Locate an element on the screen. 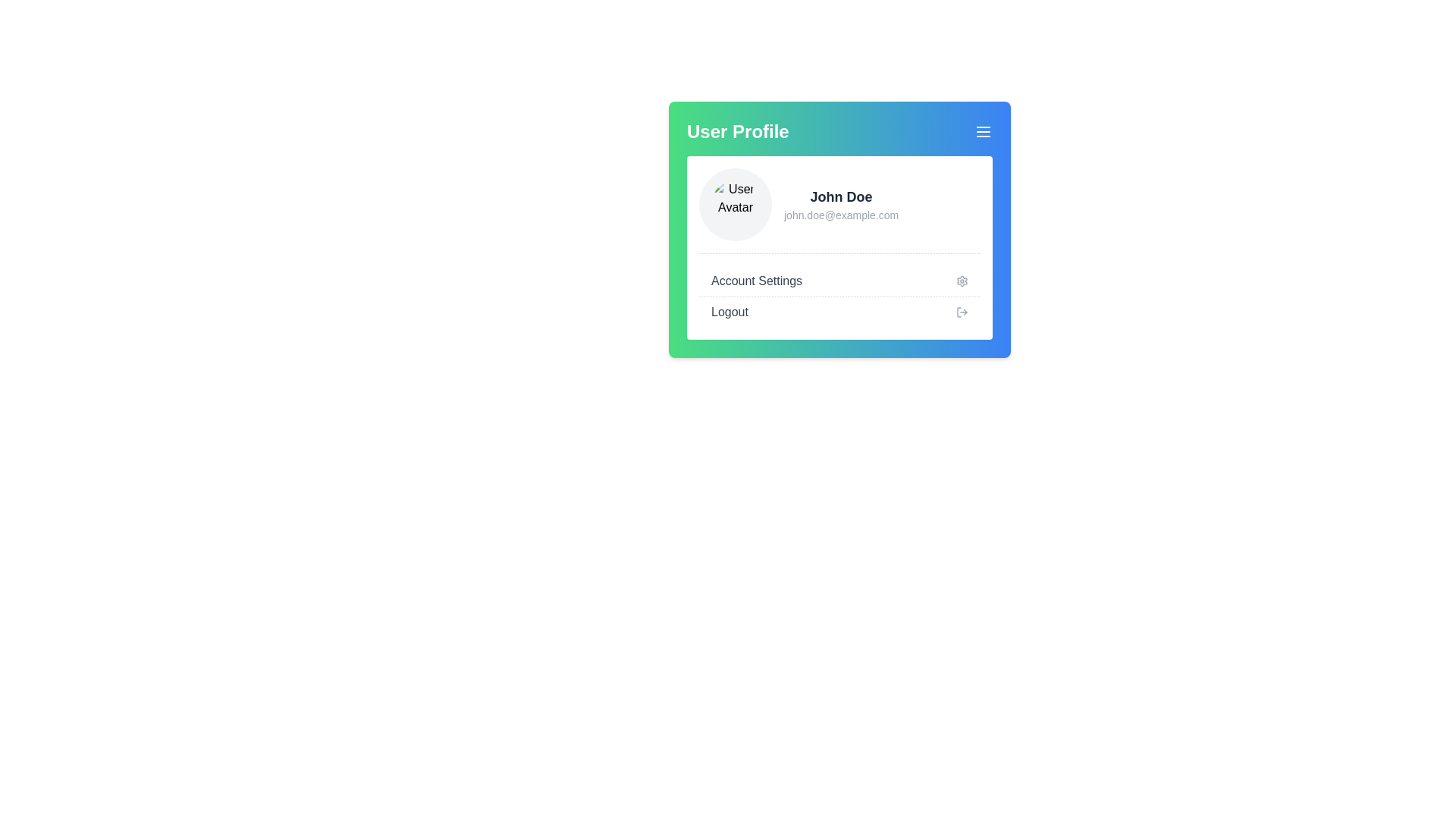 The width and height of the screenshot is (1456, 819). the 'Account Settings' menu item in the user profile dropdown is located at coordinates (839, 281).